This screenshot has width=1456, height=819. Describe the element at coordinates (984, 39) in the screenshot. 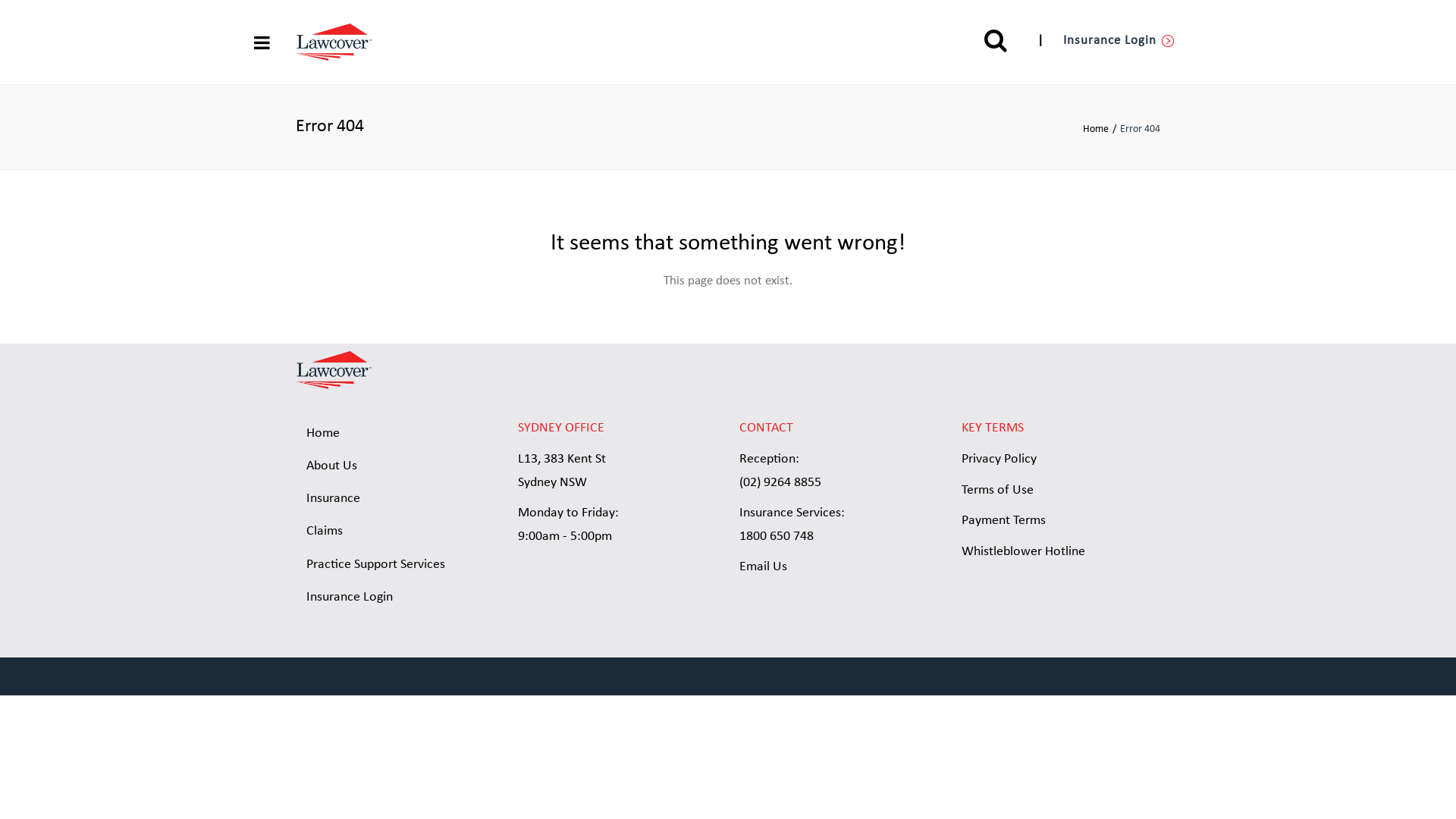

I see `'Search'` at that location.